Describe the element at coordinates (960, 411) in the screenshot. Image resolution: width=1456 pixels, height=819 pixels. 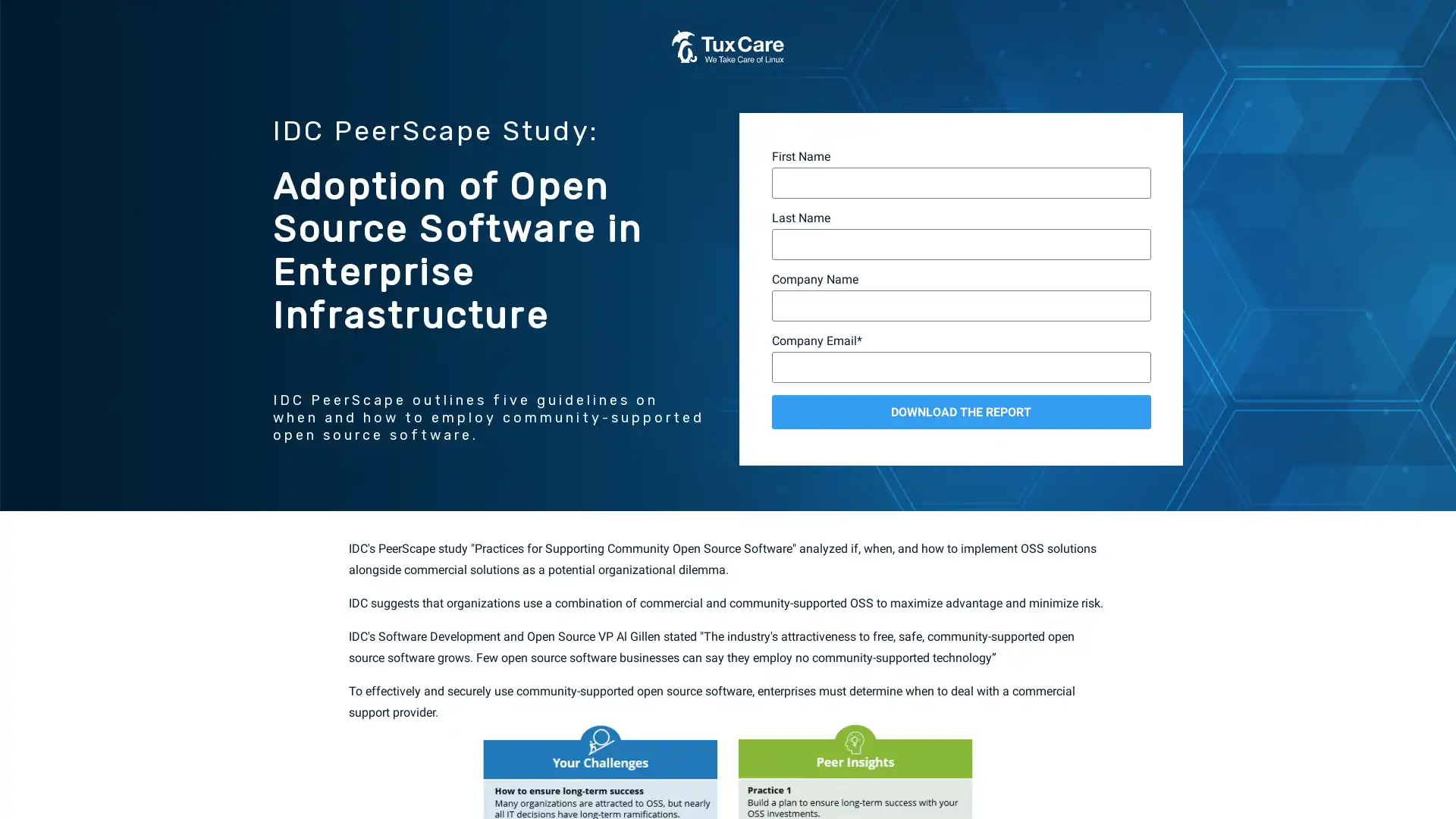
I see `Download The Report` at that location.